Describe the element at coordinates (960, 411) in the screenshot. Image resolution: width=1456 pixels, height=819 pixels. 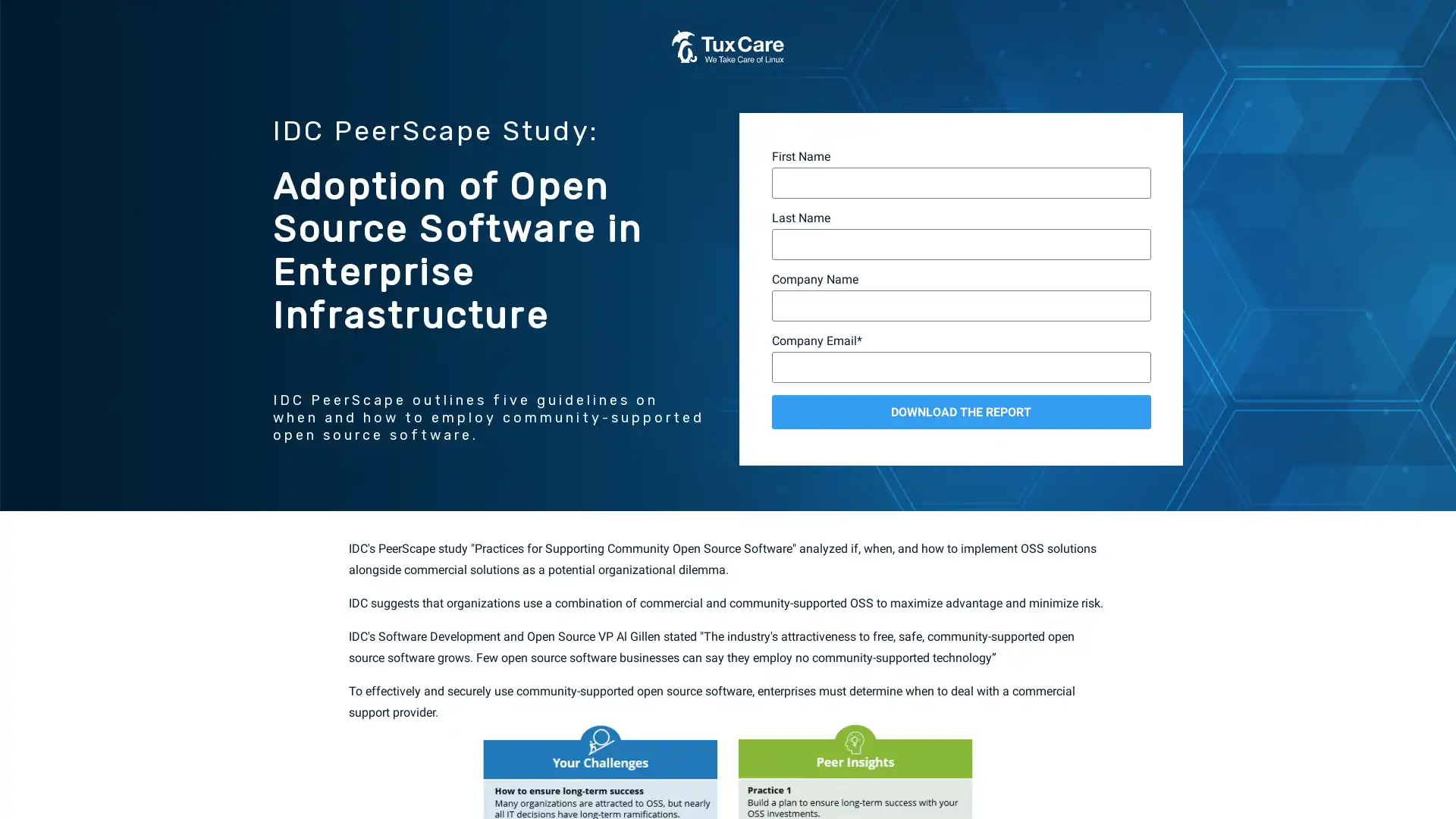
I see `Download The Report` at that location.